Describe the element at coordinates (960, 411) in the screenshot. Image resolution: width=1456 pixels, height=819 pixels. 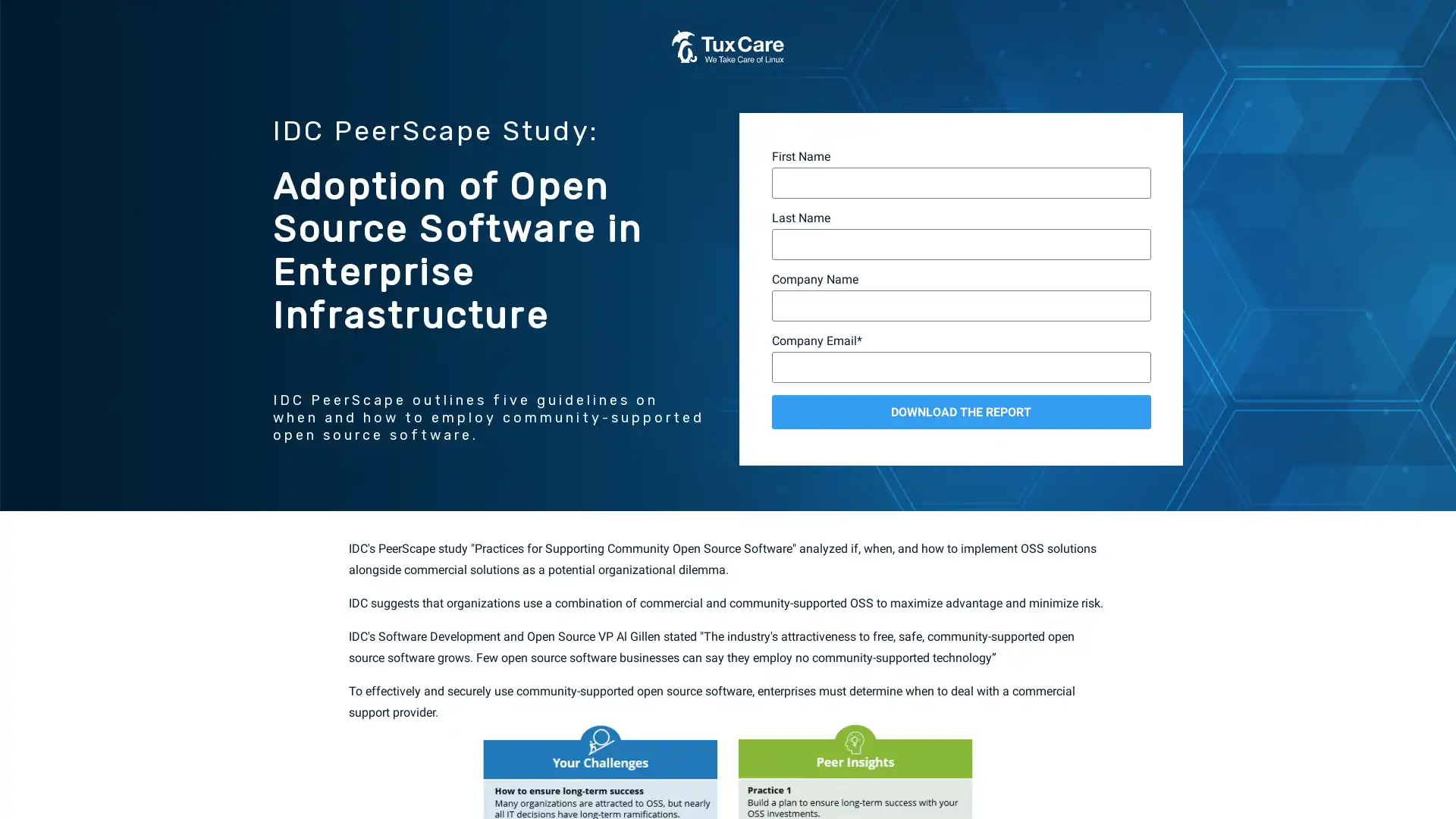
I see `Download The Report` at that location.